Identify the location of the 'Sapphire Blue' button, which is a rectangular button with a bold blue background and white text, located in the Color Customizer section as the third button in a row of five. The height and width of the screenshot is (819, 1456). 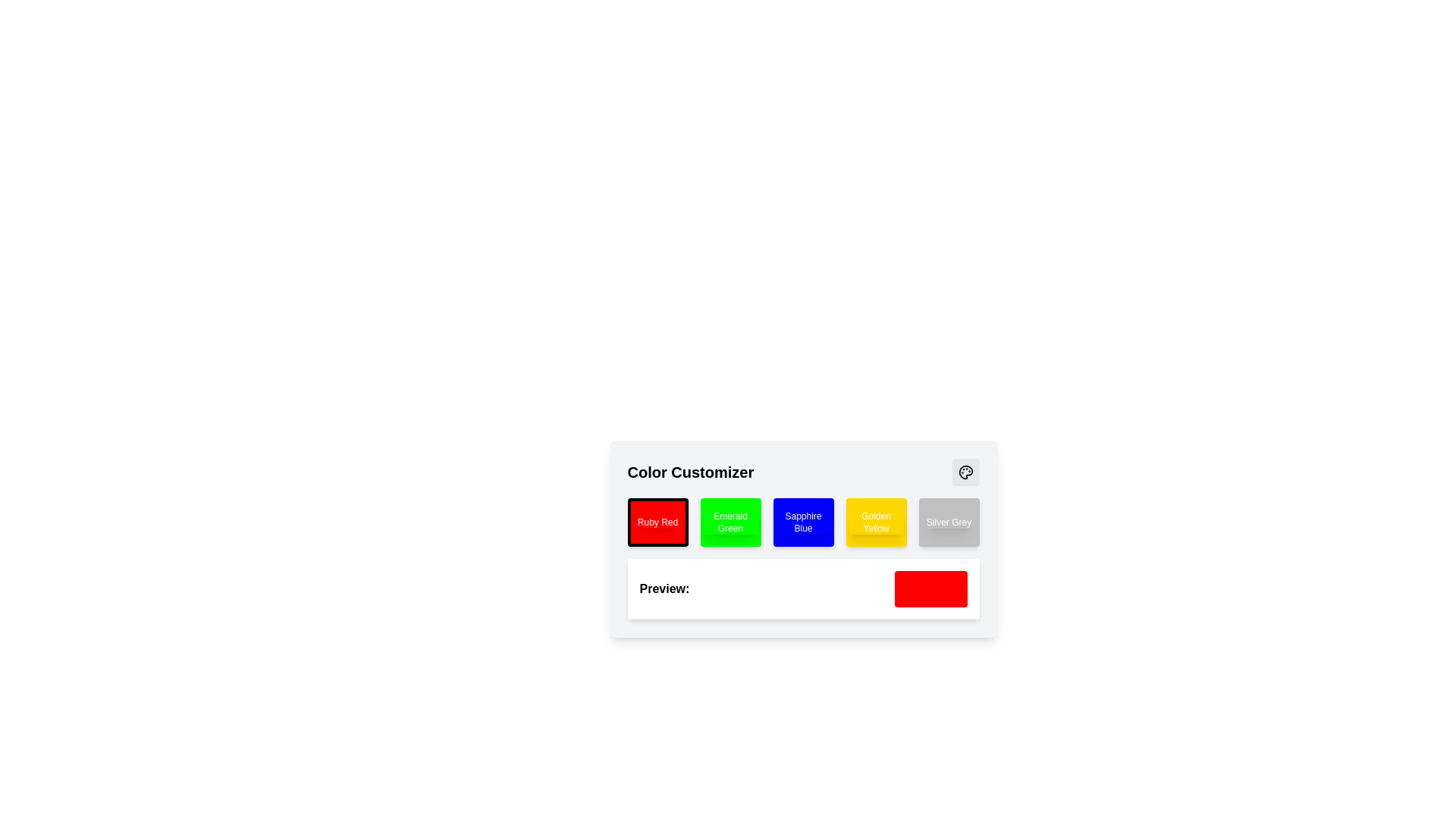
(802, 522).